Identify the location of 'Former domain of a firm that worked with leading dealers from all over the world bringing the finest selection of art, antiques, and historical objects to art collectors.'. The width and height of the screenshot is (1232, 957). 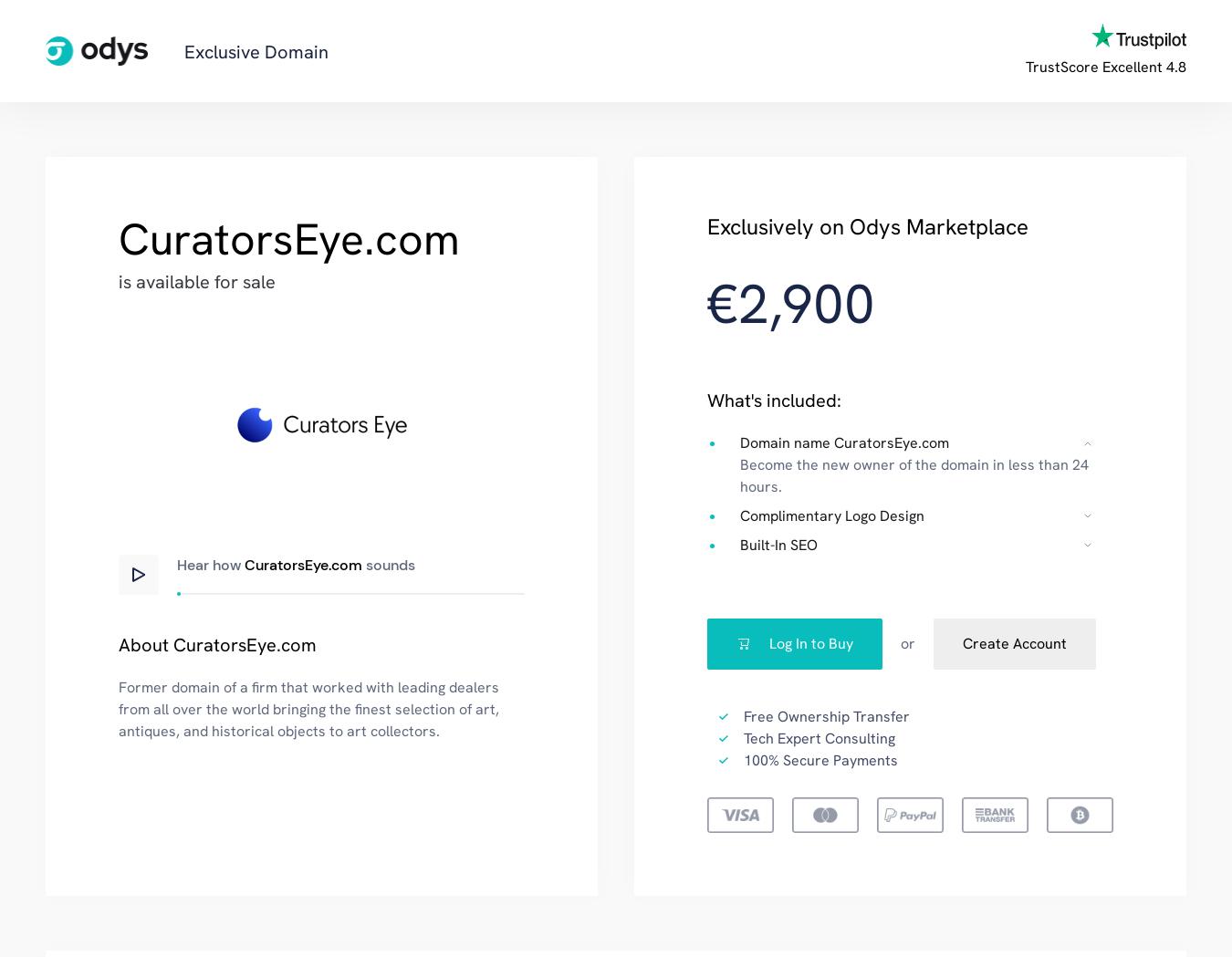
(308, 709).